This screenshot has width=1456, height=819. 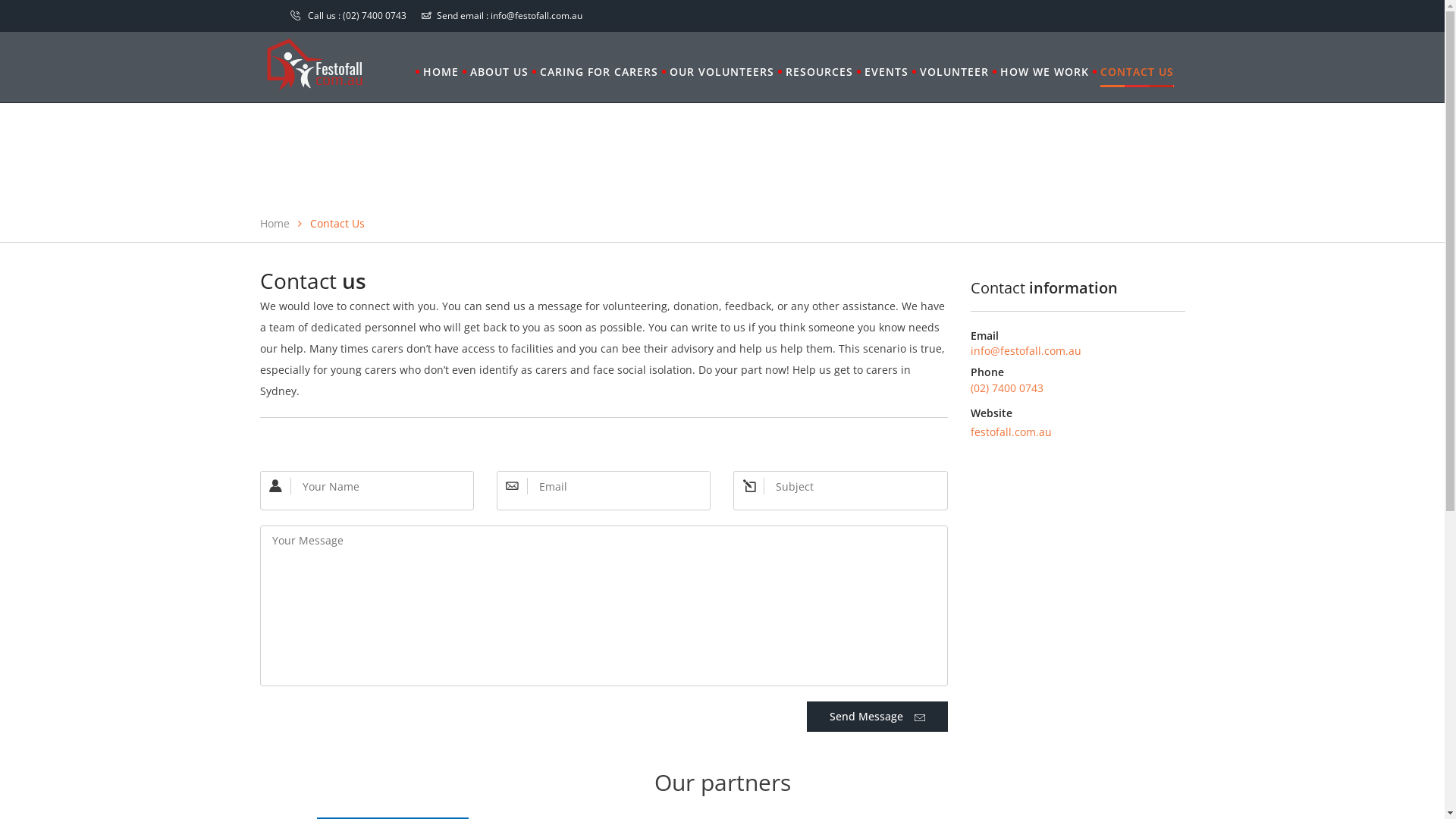 I want to click on 'OUR VOLUNTEERS', so click(x=720, y=72).